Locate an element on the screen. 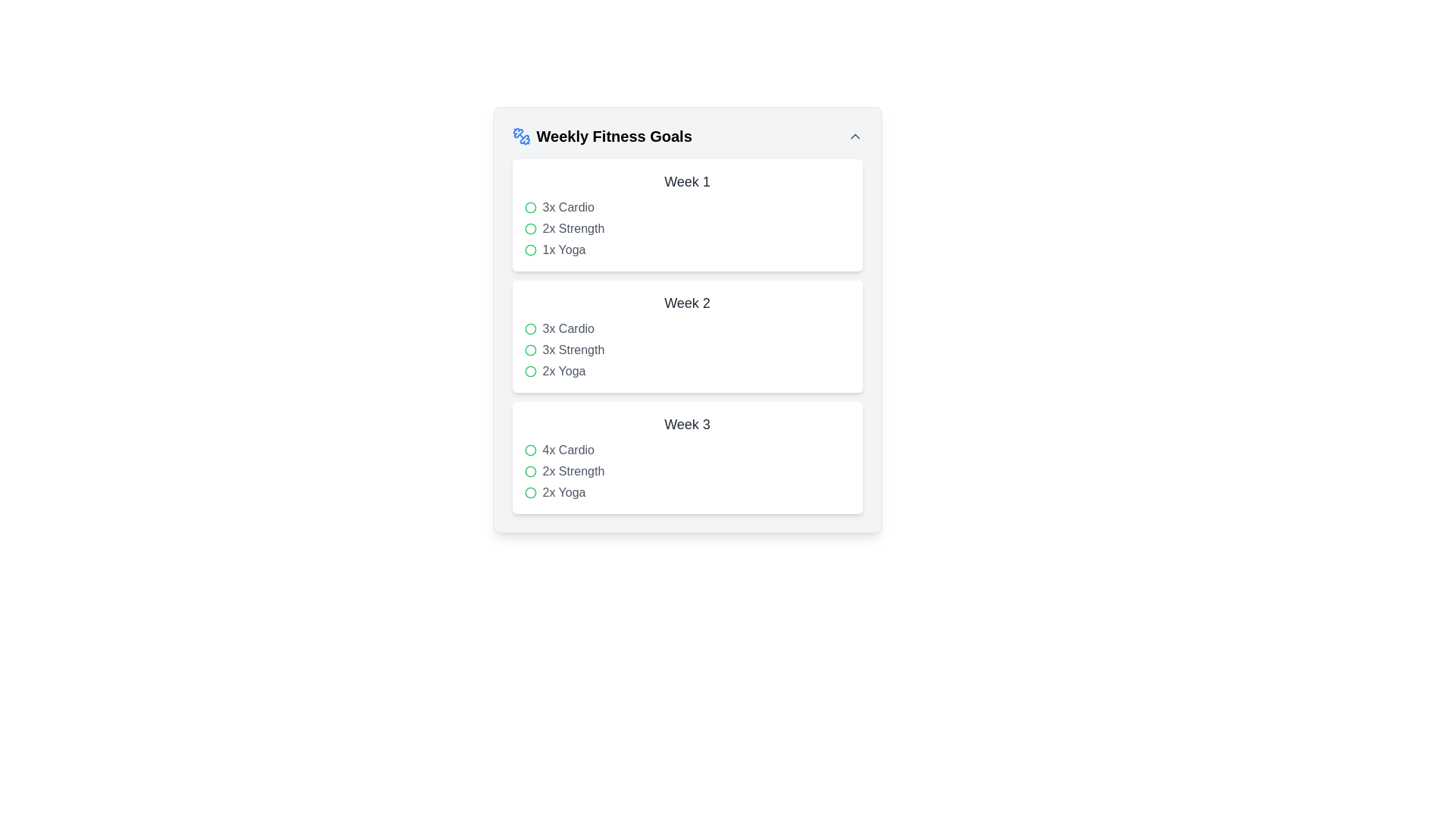 The image size is (1456, 819). the green status icon located to the left of the '1x Yoga' text in the 'Week 1' section of the user interface is located at coordinates (530, 249).